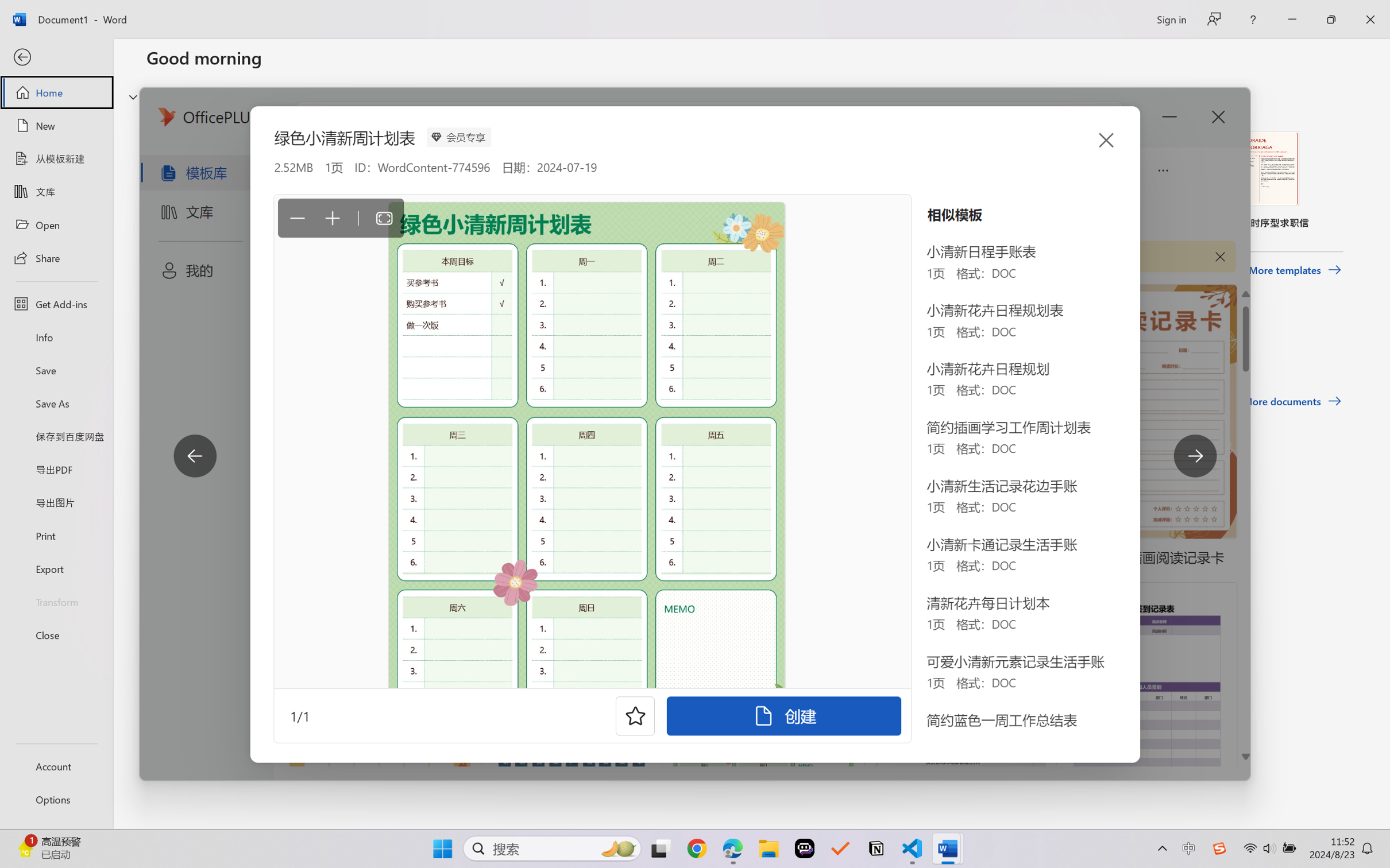  I want to click on 'More templates', so click(1294, 270).